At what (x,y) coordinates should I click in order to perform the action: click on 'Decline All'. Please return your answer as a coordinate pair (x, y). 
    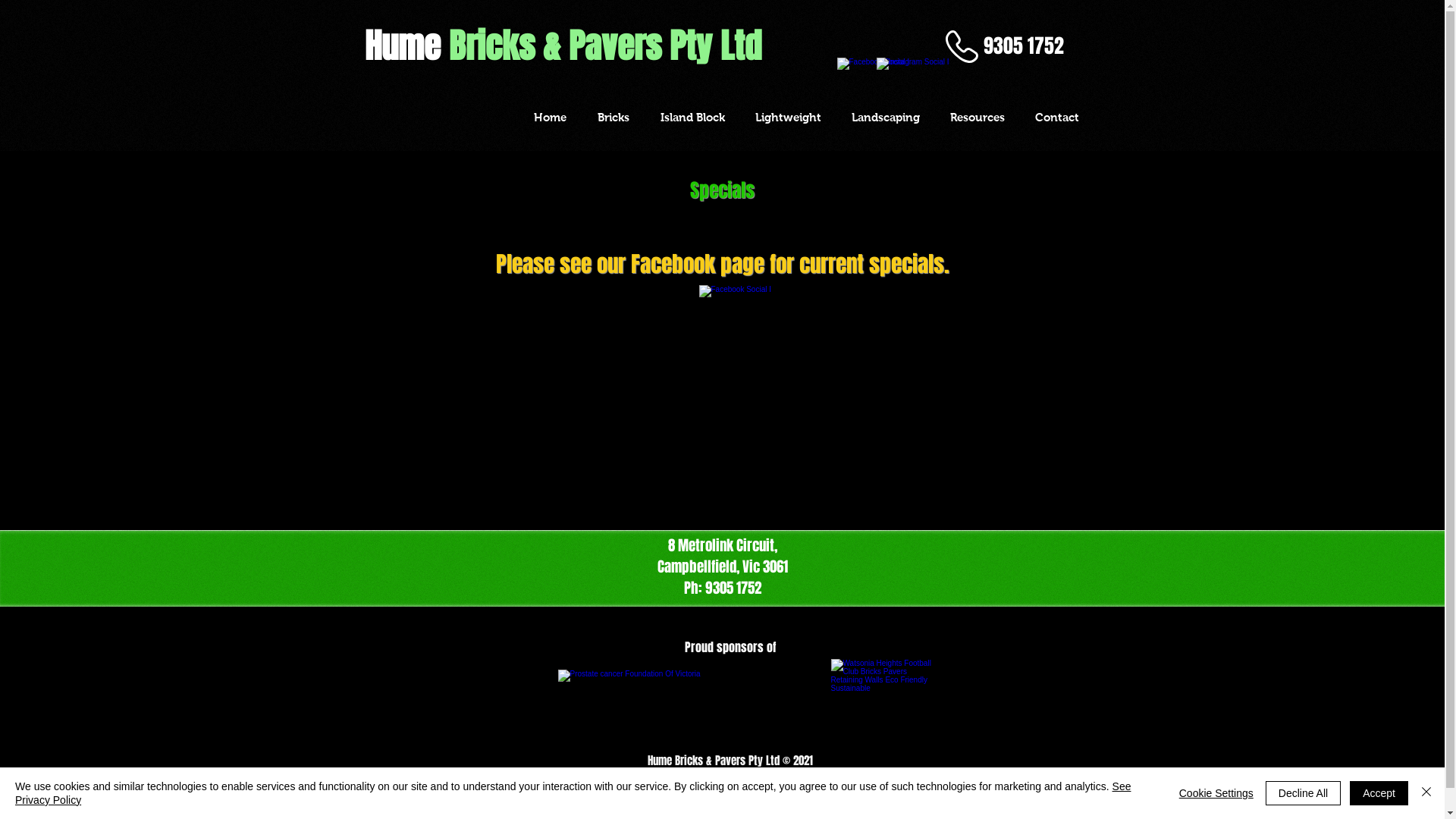
    Looking at the image, I should click on (1266, 792).